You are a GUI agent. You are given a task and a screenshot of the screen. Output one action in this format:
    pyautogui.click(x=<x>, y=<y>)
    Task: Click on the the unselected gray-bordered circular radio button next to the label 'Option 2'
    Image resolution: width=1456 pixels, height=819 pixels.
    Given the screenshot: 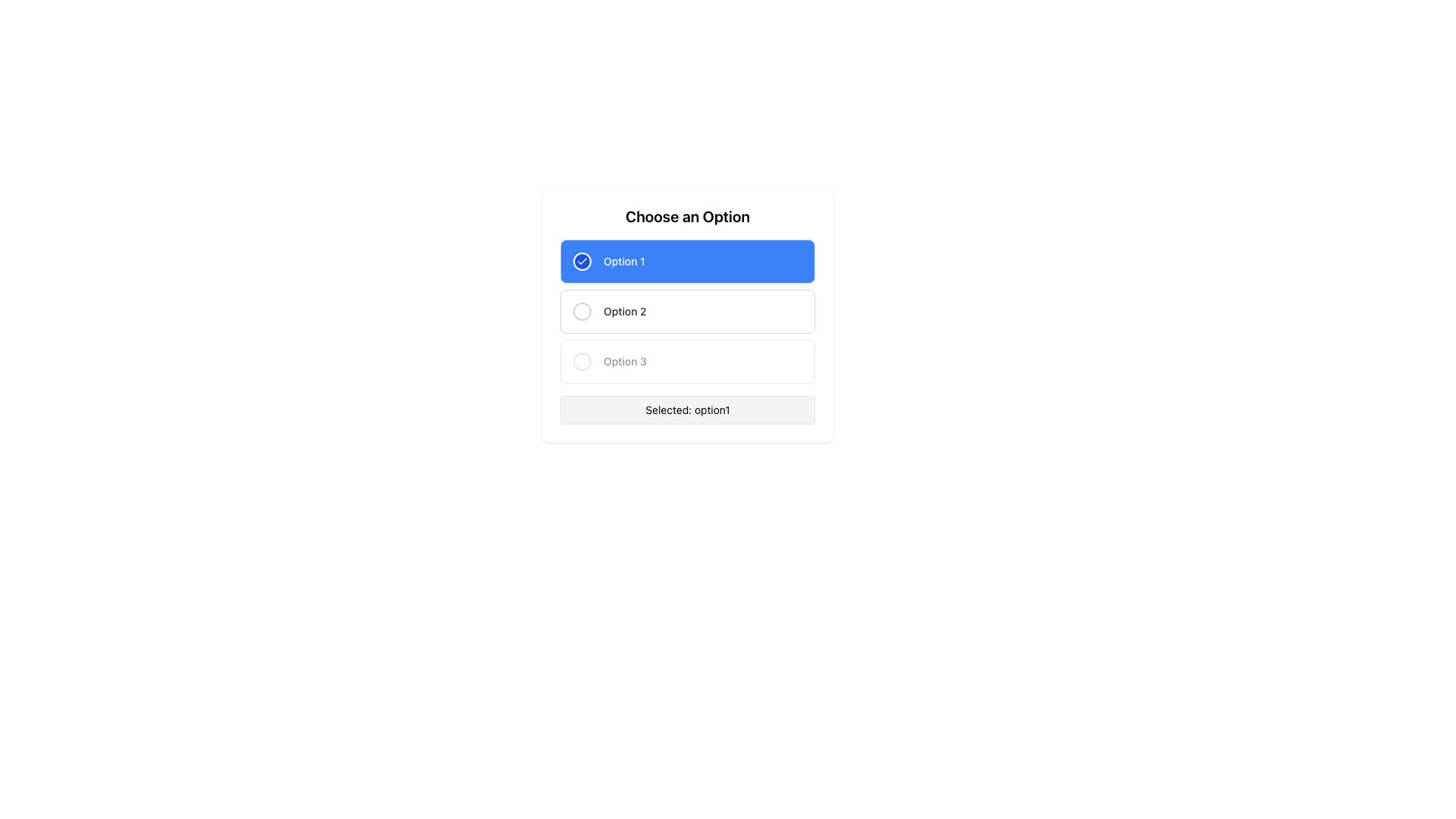 What is the action you would take?
    pyautogui.click(x=582, y=311)
    